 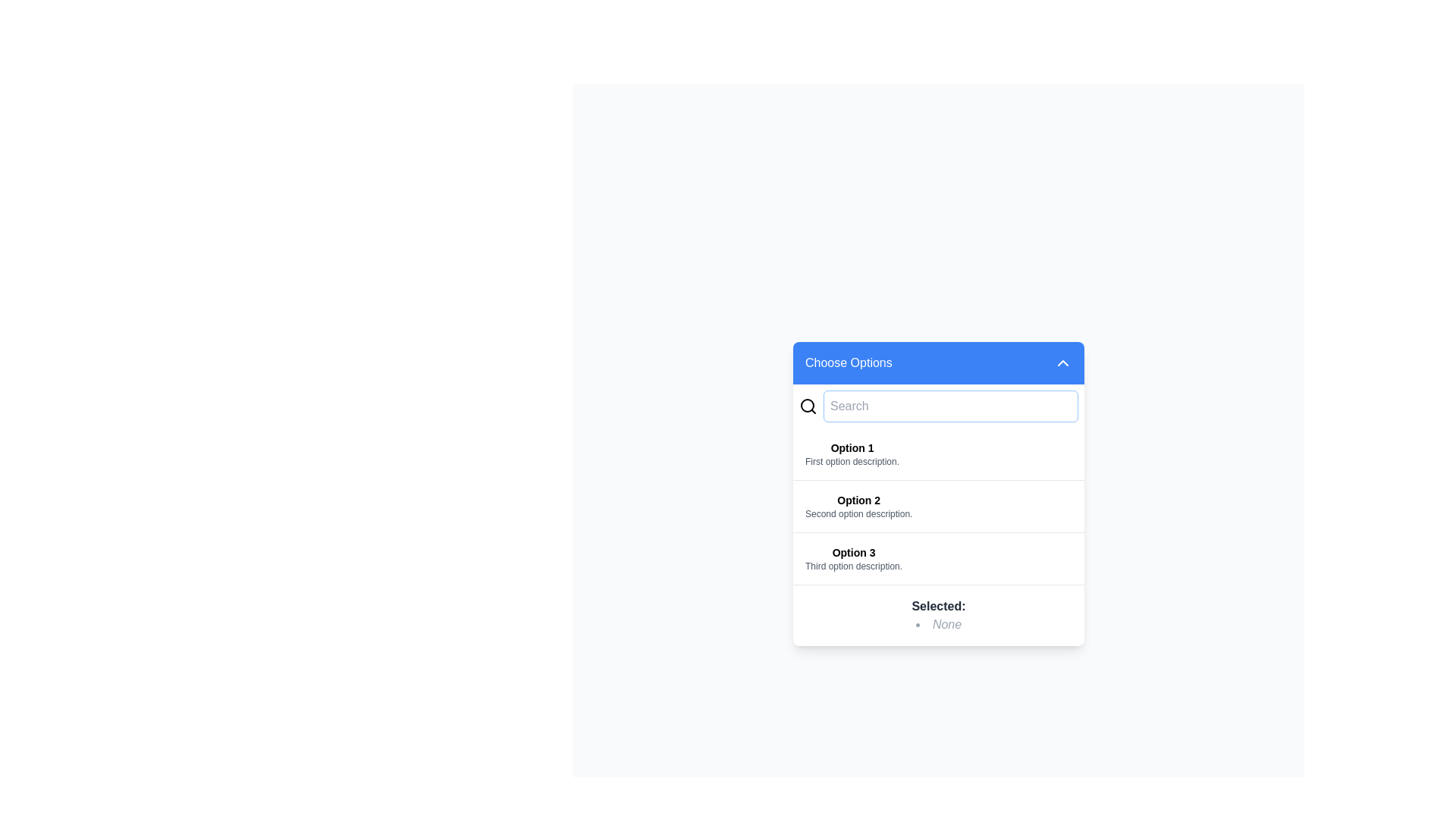 What do you see at coordinates (938, 624) in the screenshot?
I see `text content of the label styled in italic gray font, displaying 'None', located under the section titled 'Selected:'` at bounding box center [938, 624].